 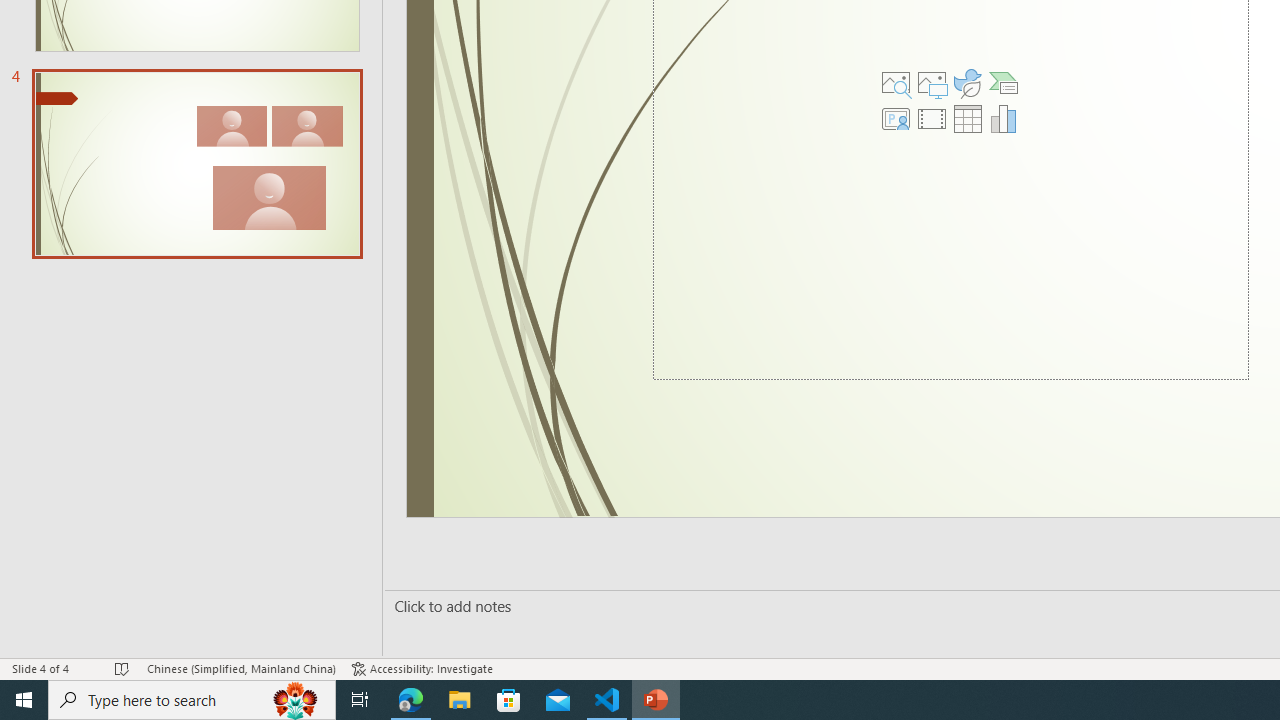 What do you see at coordinates (895, 119) in the screenshot?
I see `'Insert Cameo'` at bounding box center [895, 119].